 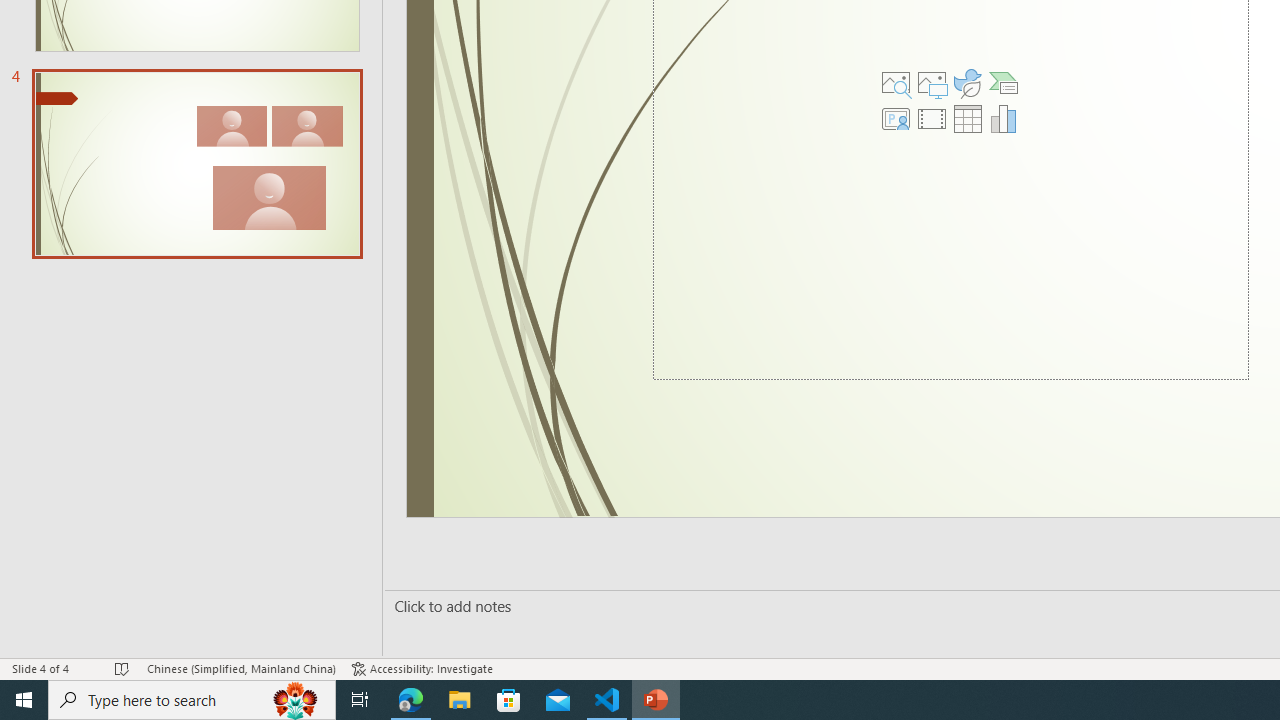 What do you see at coordinates (895, 119) in the screenshot?
I see `'Insert Cameo'` at bounding box center [895, 119].